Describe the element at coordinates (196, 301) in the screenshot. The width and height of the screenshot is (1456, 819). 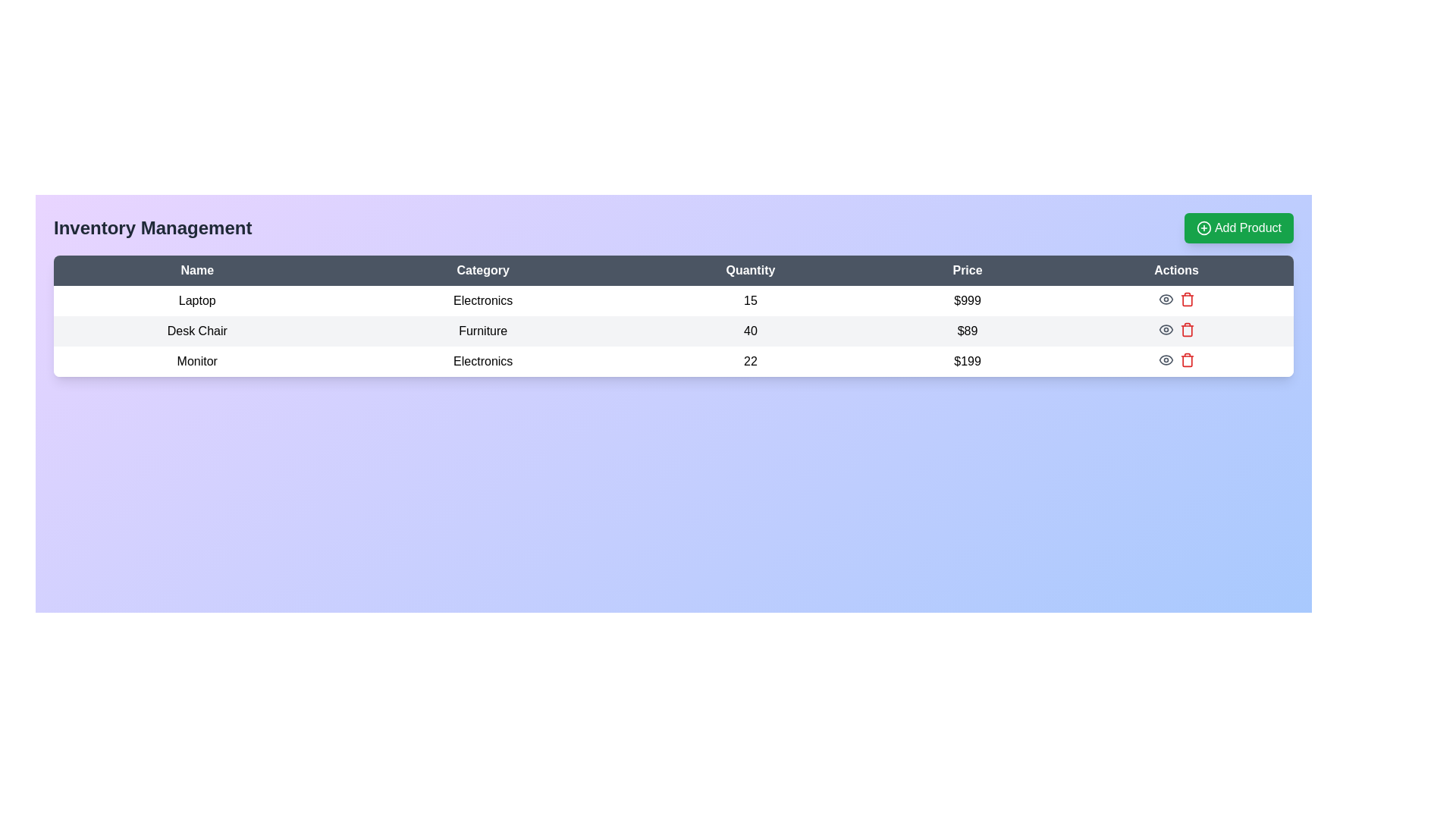
I see `the 'Laptop' label in the inventory, which is located in the first row of the data table under the 'Name' column` at that location.